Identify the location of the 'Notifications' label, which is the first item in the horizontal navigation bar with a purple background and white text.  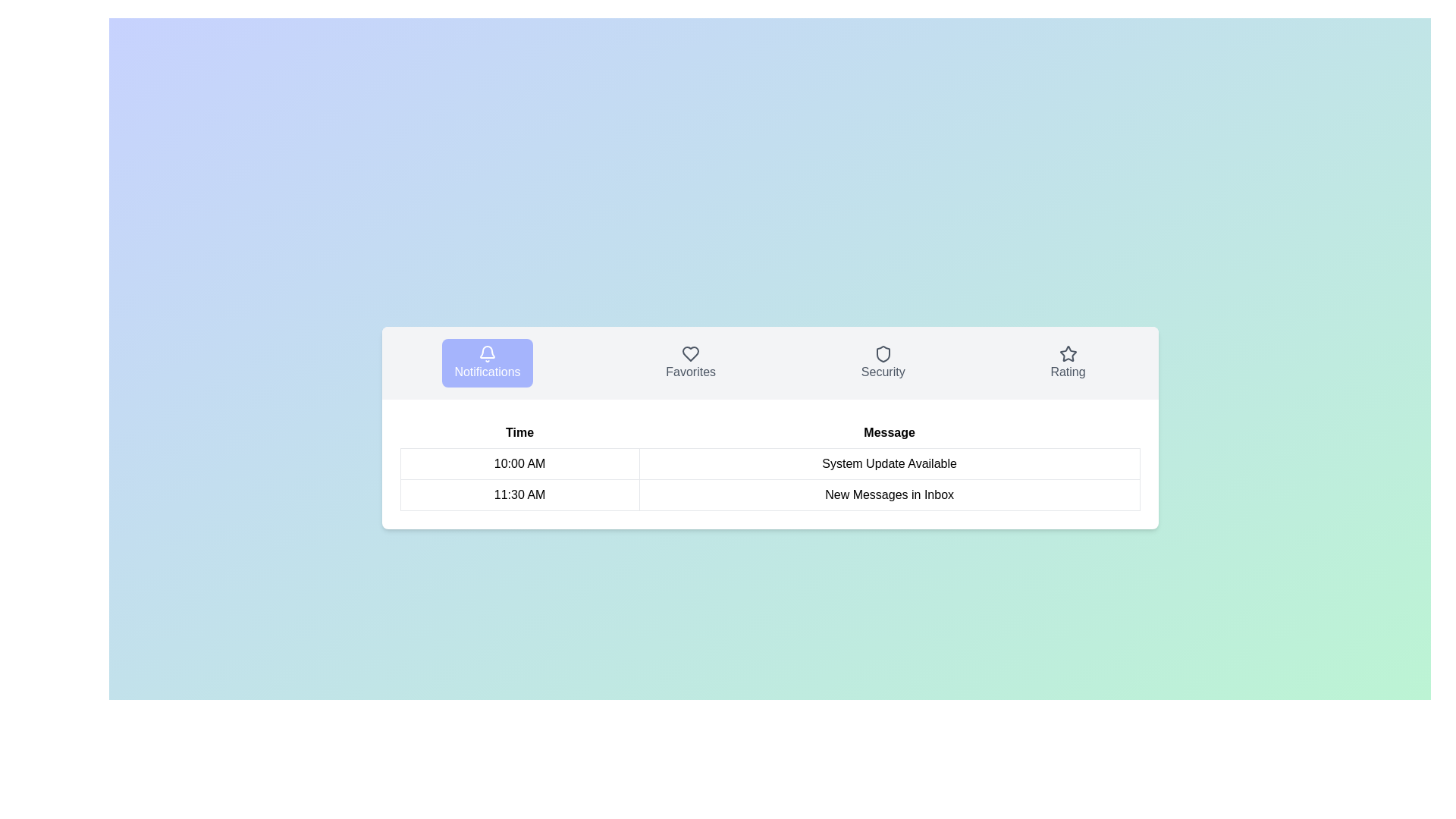
(488, 372).